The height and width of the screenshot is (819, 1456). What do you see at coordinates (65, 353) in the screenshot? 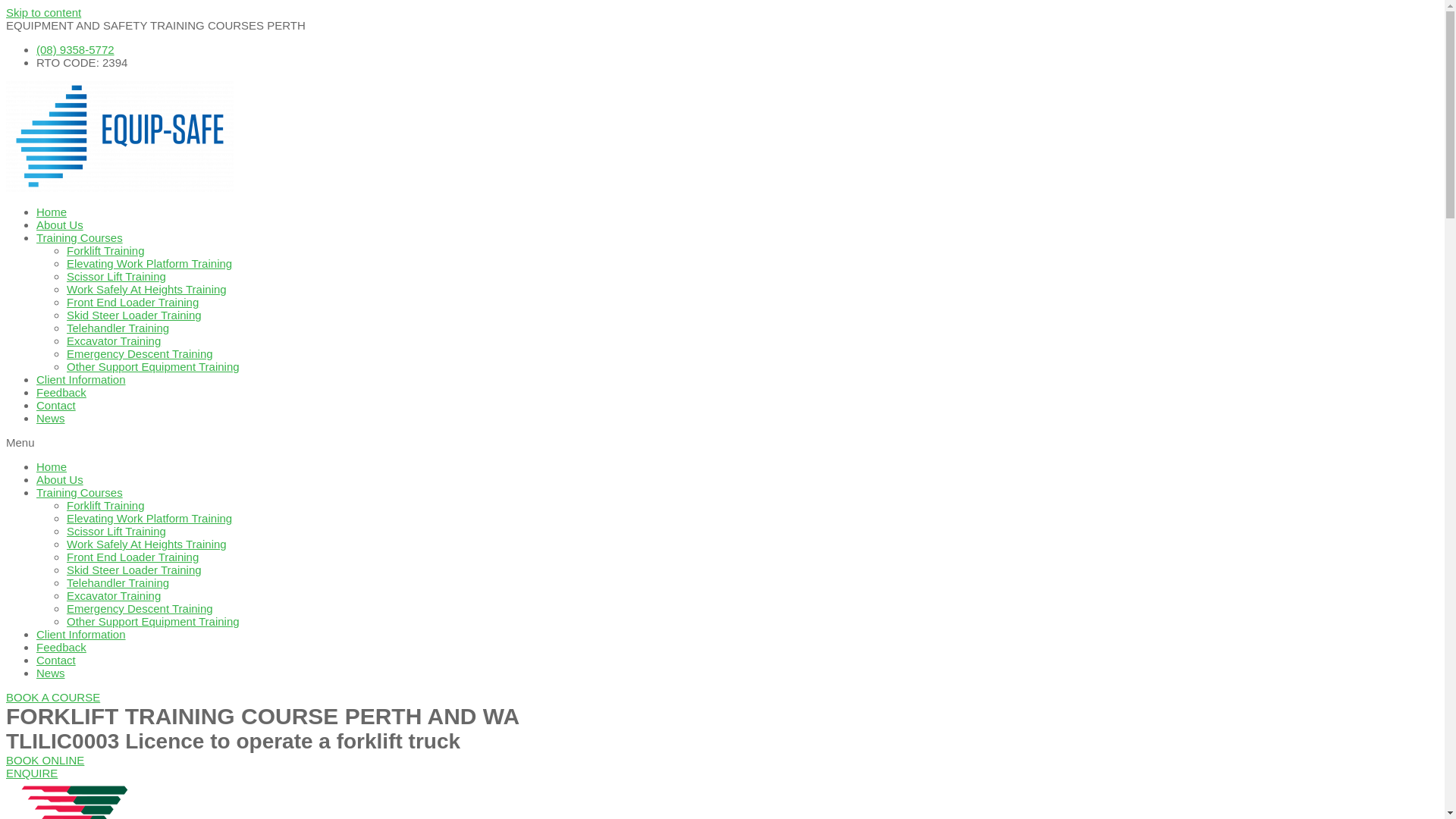
I see `'Emergency Descent Training'` at bounding box center [65, 353].